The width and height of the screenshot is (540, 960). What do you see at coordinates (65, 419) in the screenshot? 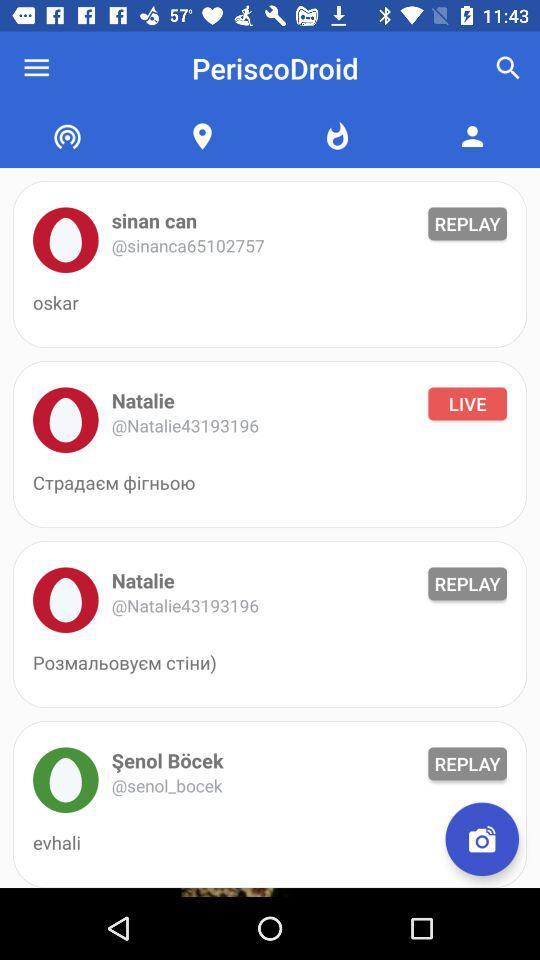
I see `profile picture` at bounding box center [65, 419].